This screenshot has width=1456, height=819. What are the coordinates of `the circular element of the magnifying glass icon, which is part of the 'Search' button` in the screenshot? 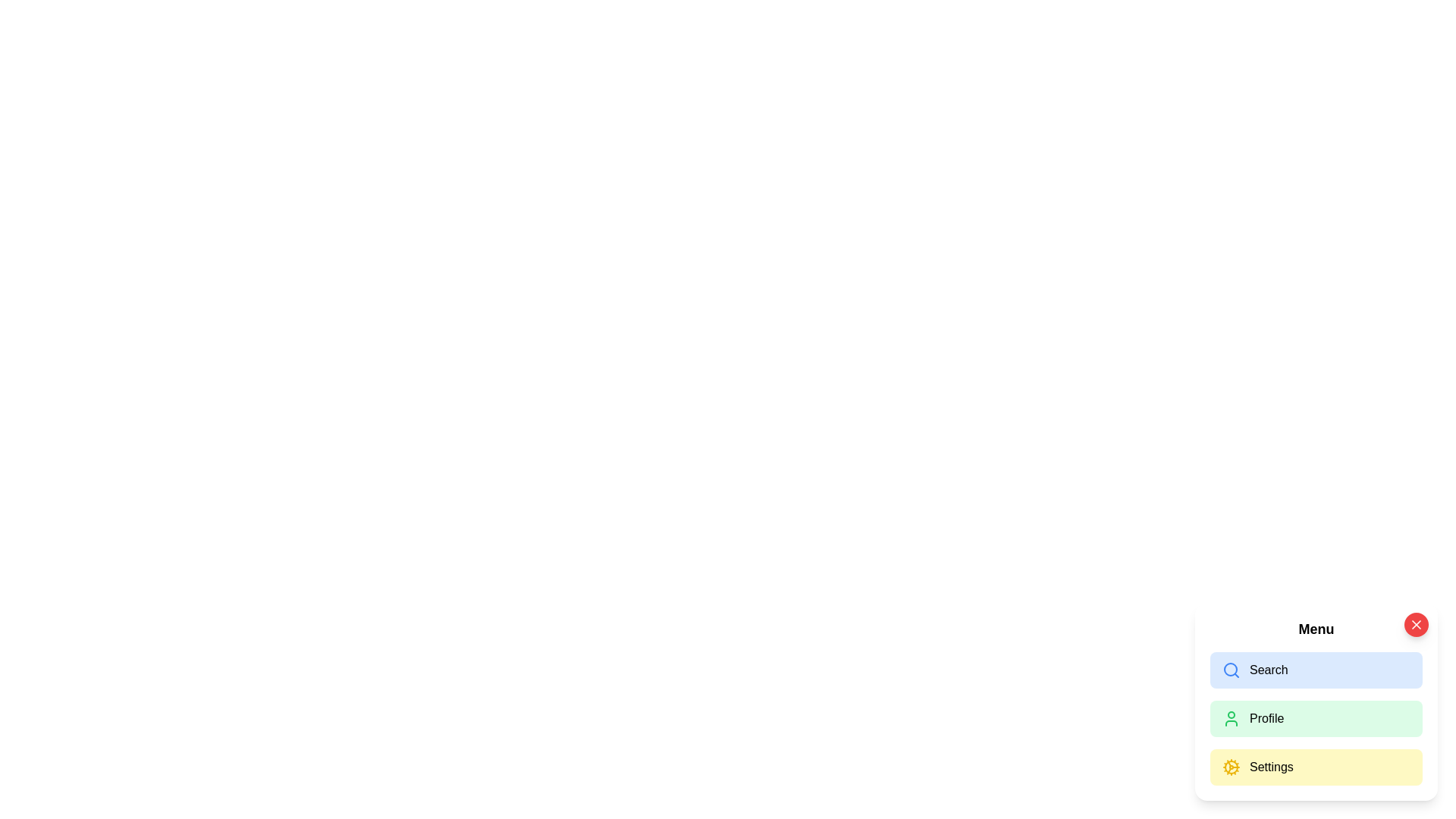 It's located at (1230, 669).